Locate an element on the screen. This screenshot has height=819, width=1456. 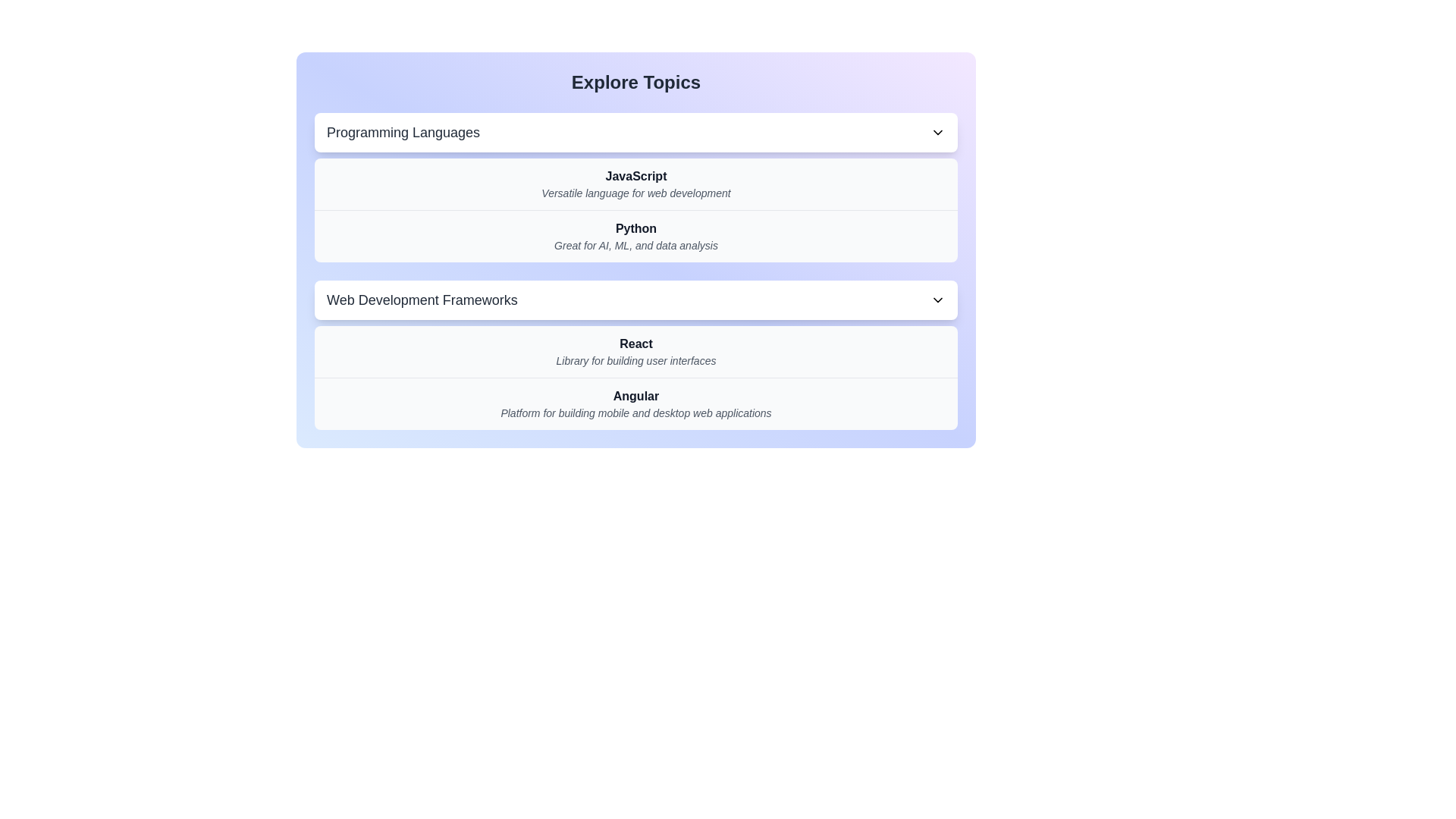
text label that reads 'Programming Languages', which is styled in a large, medium-weight dark gray font, located near the top-left corner of the interface is located at coordinates (403, 131).